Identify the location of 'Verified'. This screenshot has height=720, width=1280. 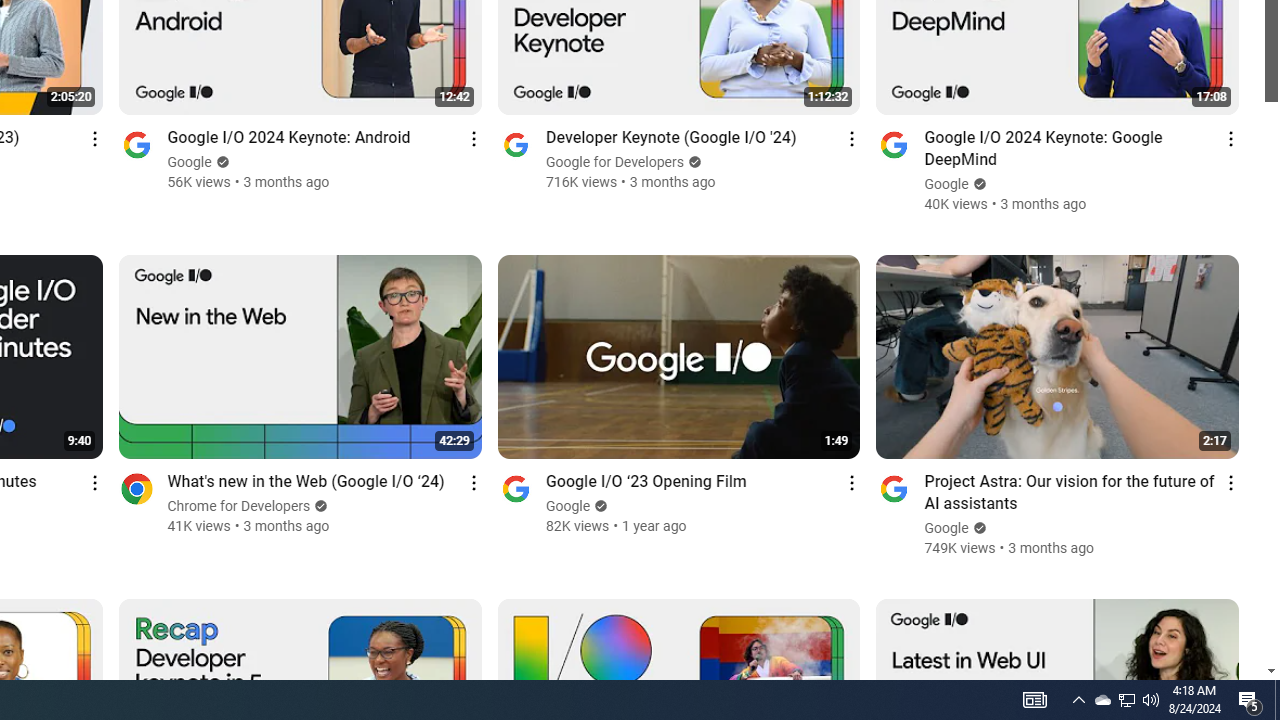
(977, 527).